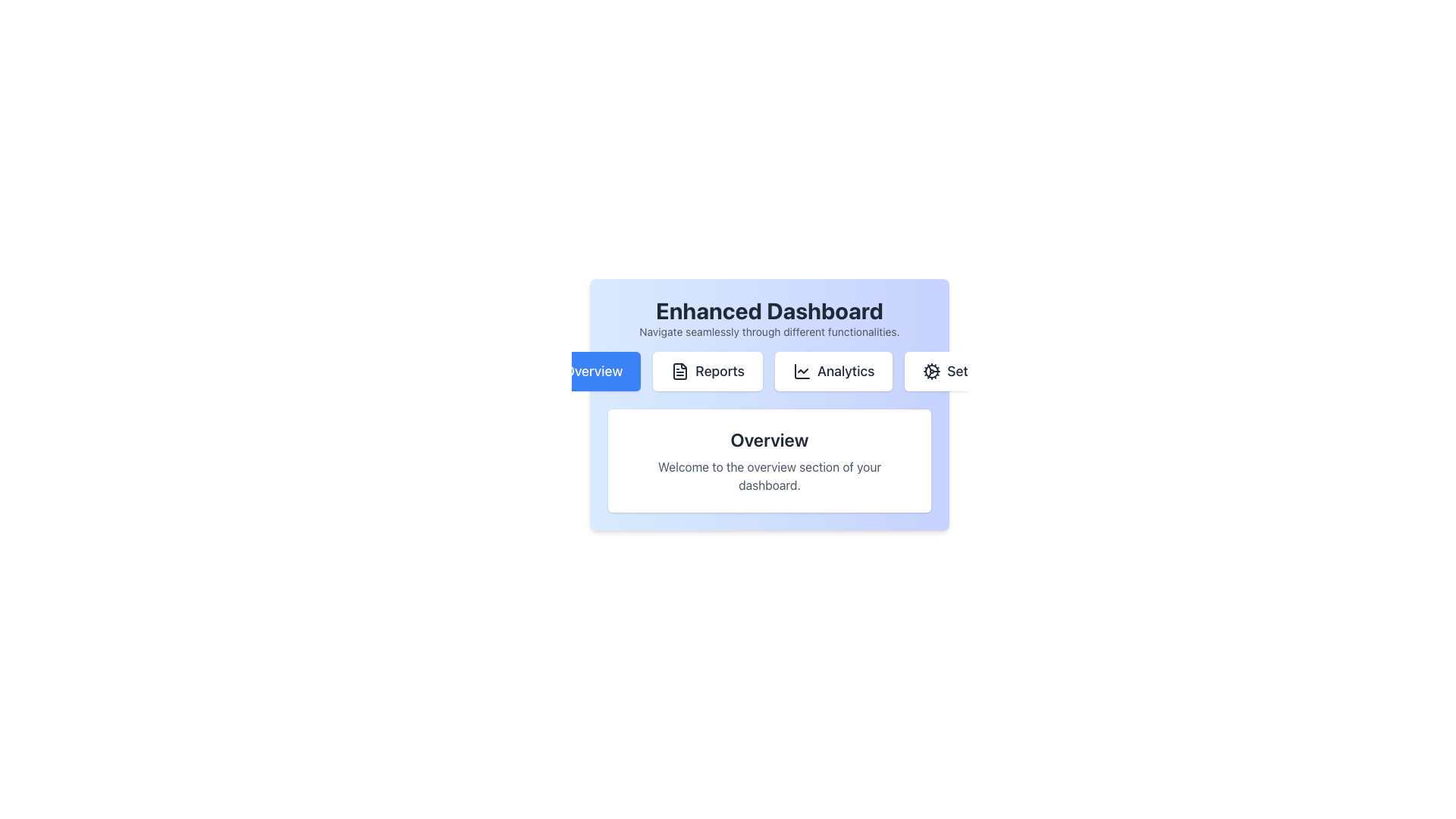 The width and height of the screenshot is (1456, 819). I want to click on the static informational text block at the top-center of the dashboard, which contains the header and subtitle, so click(769, 318).